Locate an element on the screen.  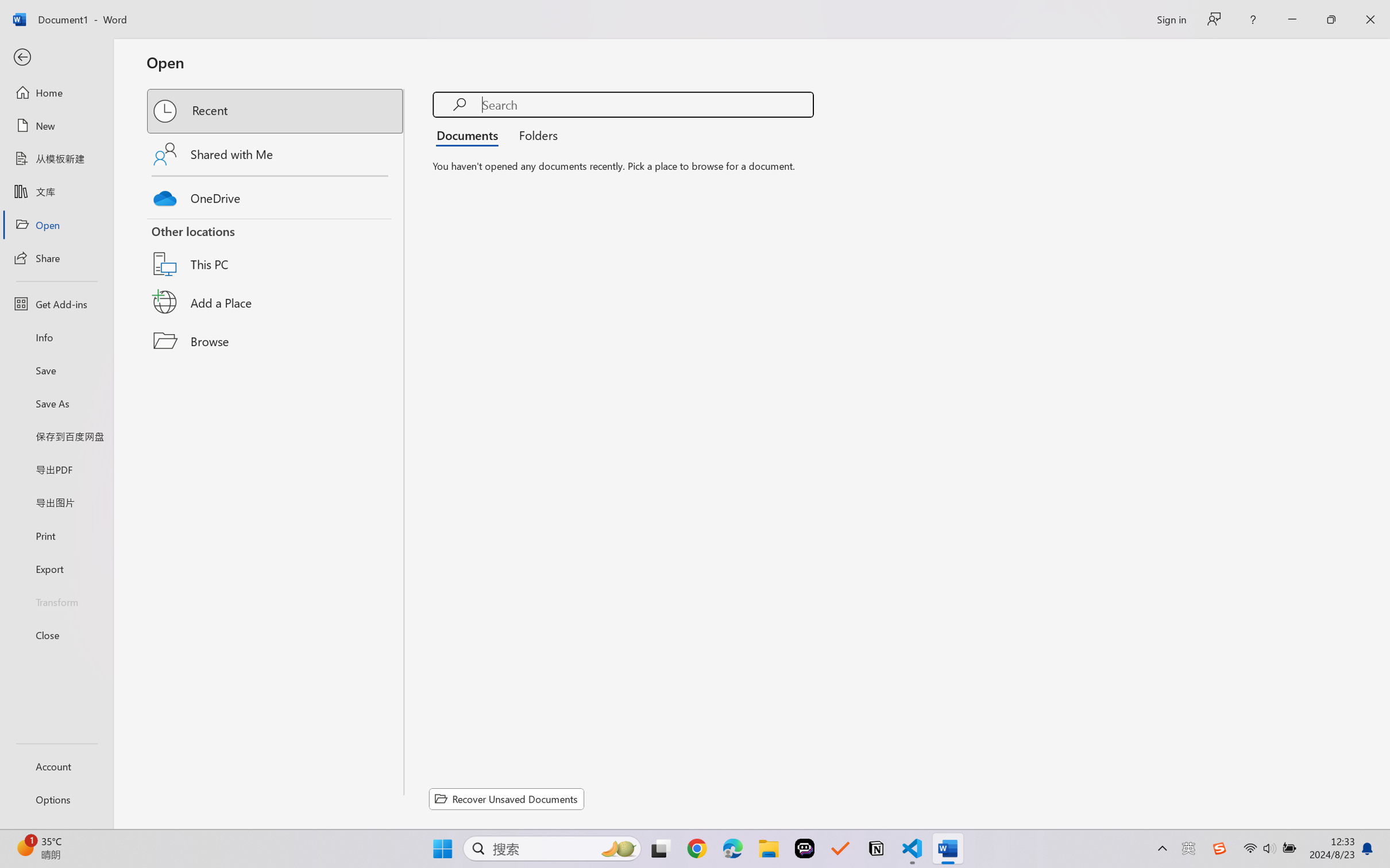
'Recent' is located at coordinates (276, 110).